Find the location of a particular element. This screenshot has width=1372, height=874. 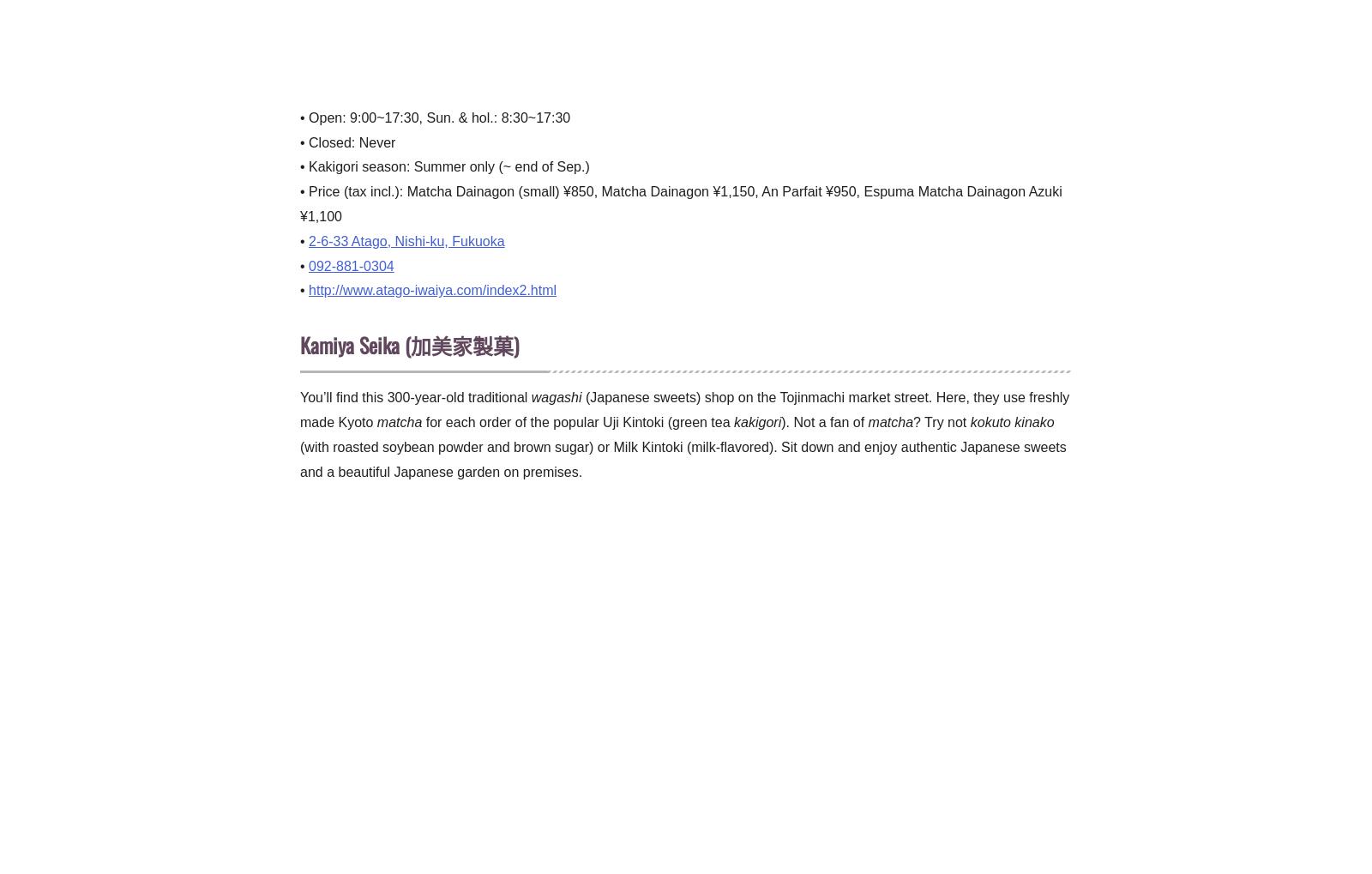

'kakigori' is located at coordinates (733, 420).